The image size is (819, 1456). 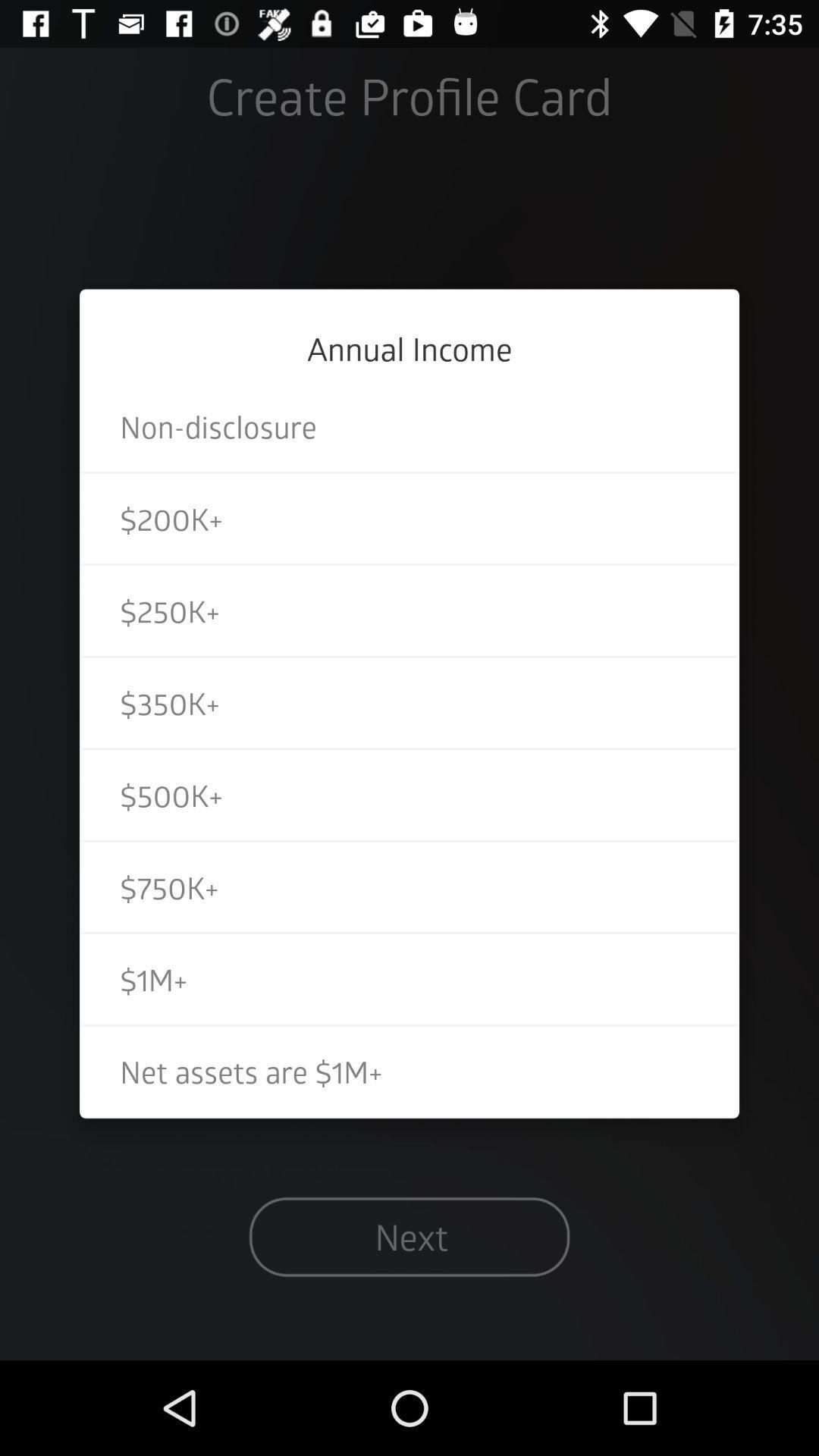 What do you see at coordinates (409, 794) in the screenshot?
I see `$500k+` at bounding box center [409, 794].